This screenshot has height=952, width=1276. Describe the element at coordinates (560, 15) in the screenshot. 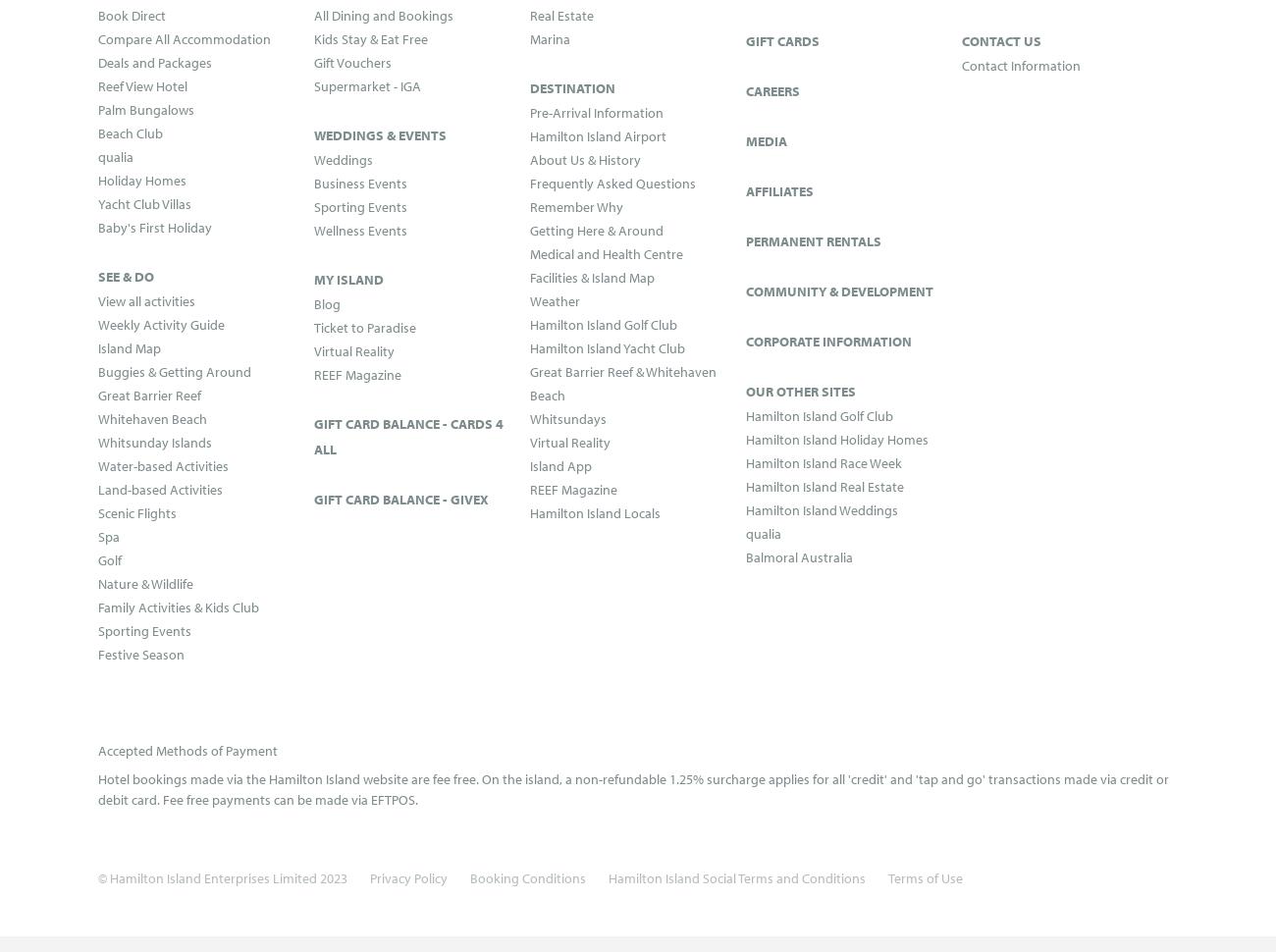

I see `'Real Estate'` at that location.